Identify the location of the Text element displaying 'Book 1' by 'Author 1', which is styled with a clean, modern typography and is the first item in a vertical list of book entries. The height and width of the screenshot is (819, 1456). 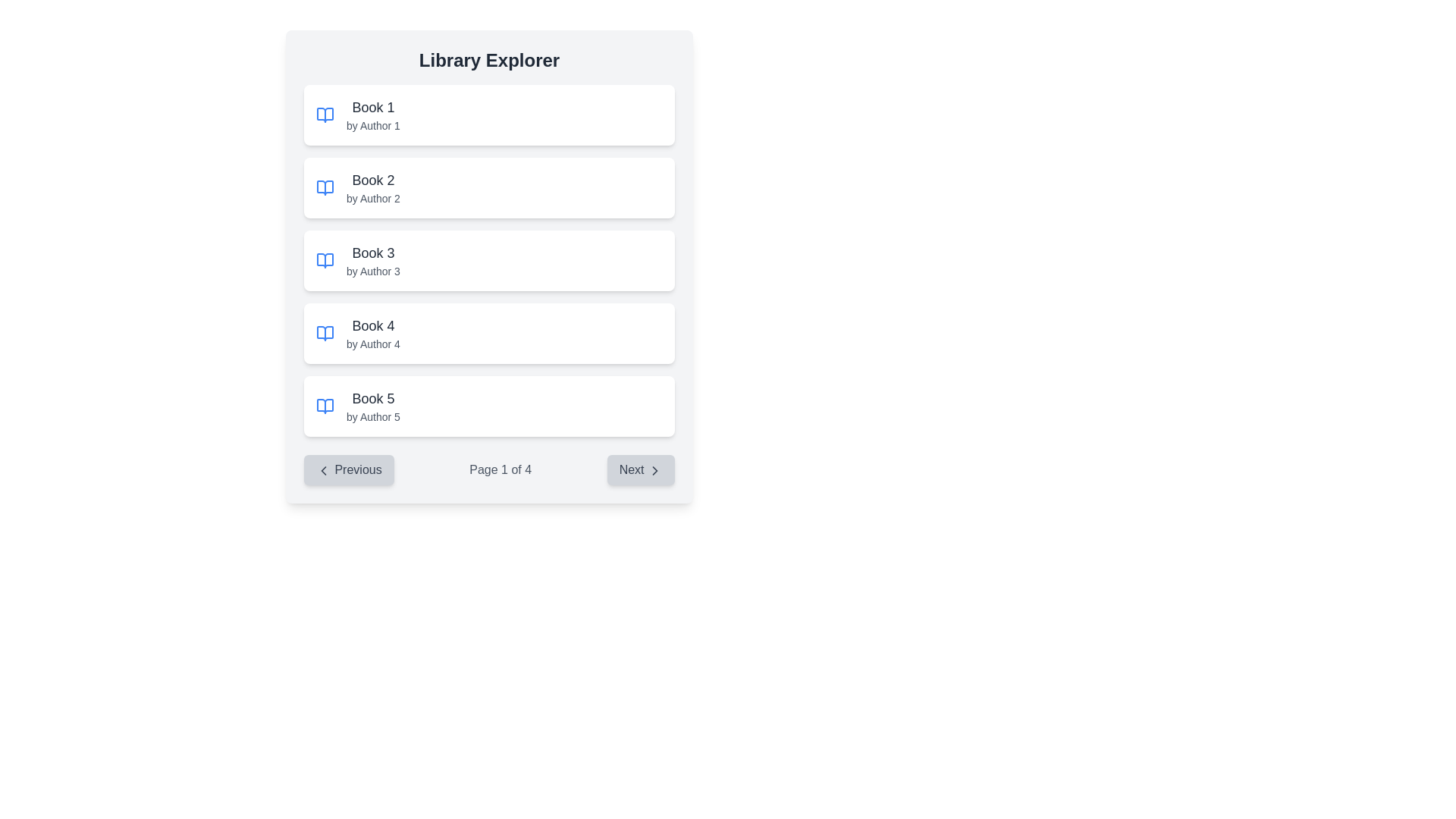
(373, 114).